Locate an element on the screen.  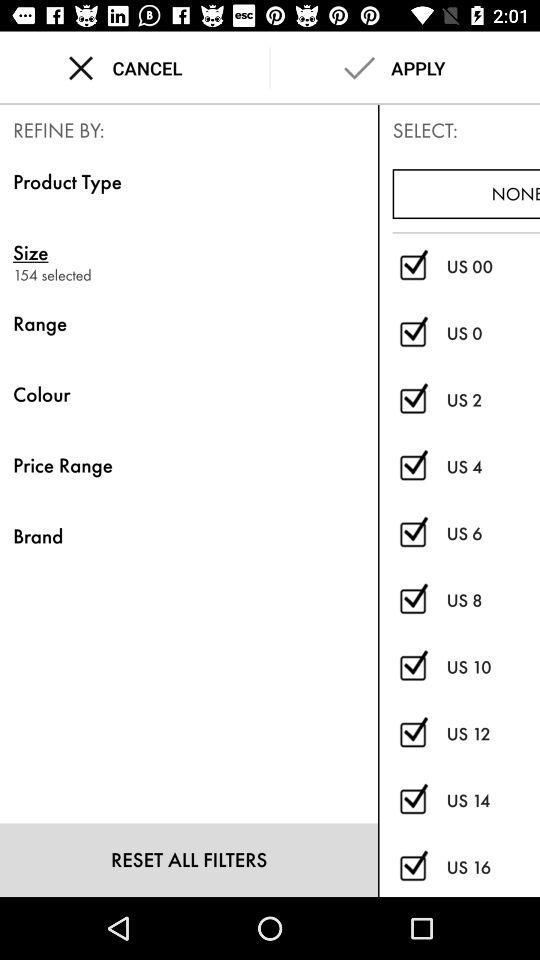
deselect search filter option is located at coordinates (412, 533).